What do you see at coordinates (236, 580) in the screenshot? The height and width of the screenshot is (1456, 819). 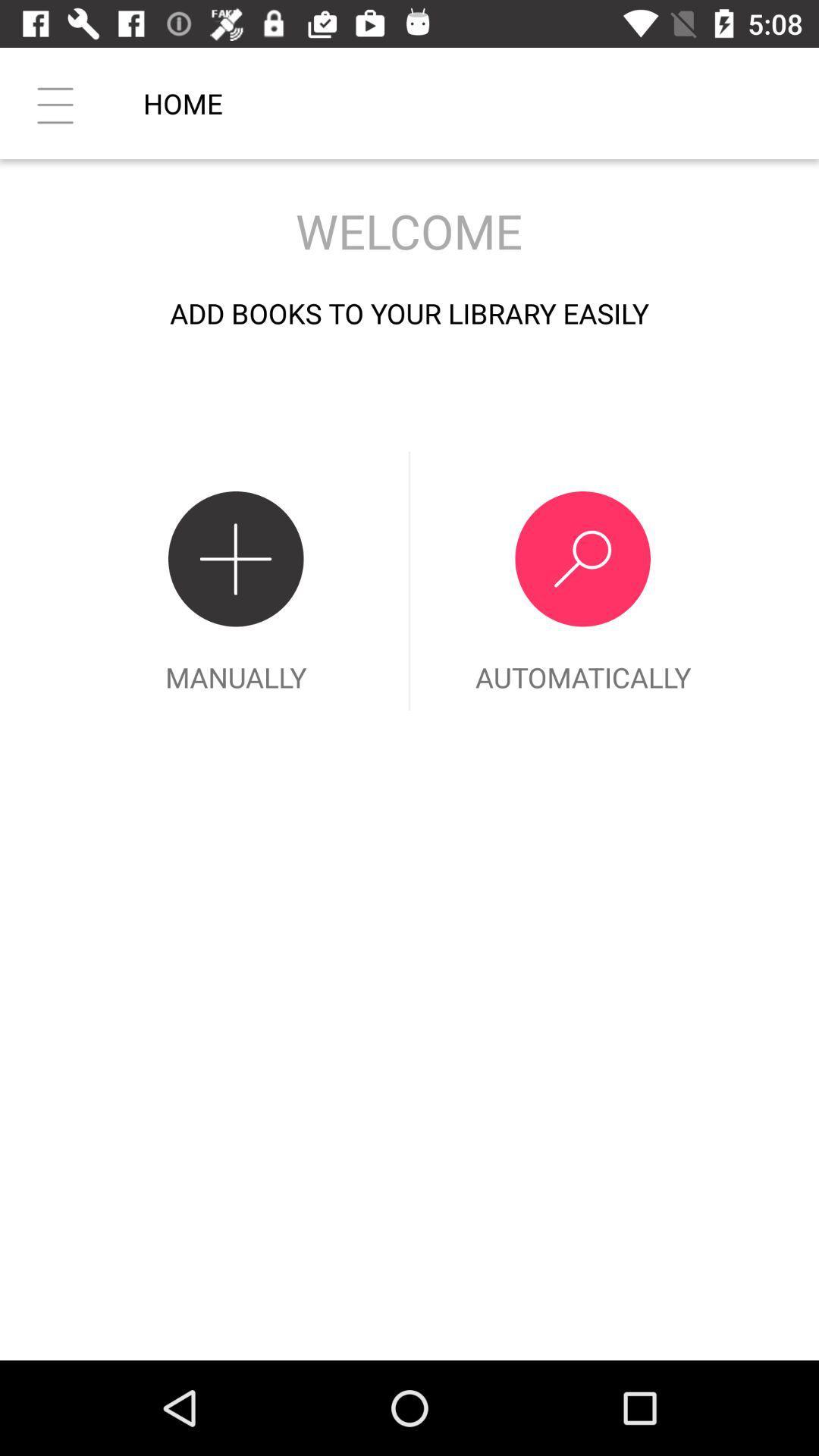 I see `item on the left` at bounding box center [236, 580].